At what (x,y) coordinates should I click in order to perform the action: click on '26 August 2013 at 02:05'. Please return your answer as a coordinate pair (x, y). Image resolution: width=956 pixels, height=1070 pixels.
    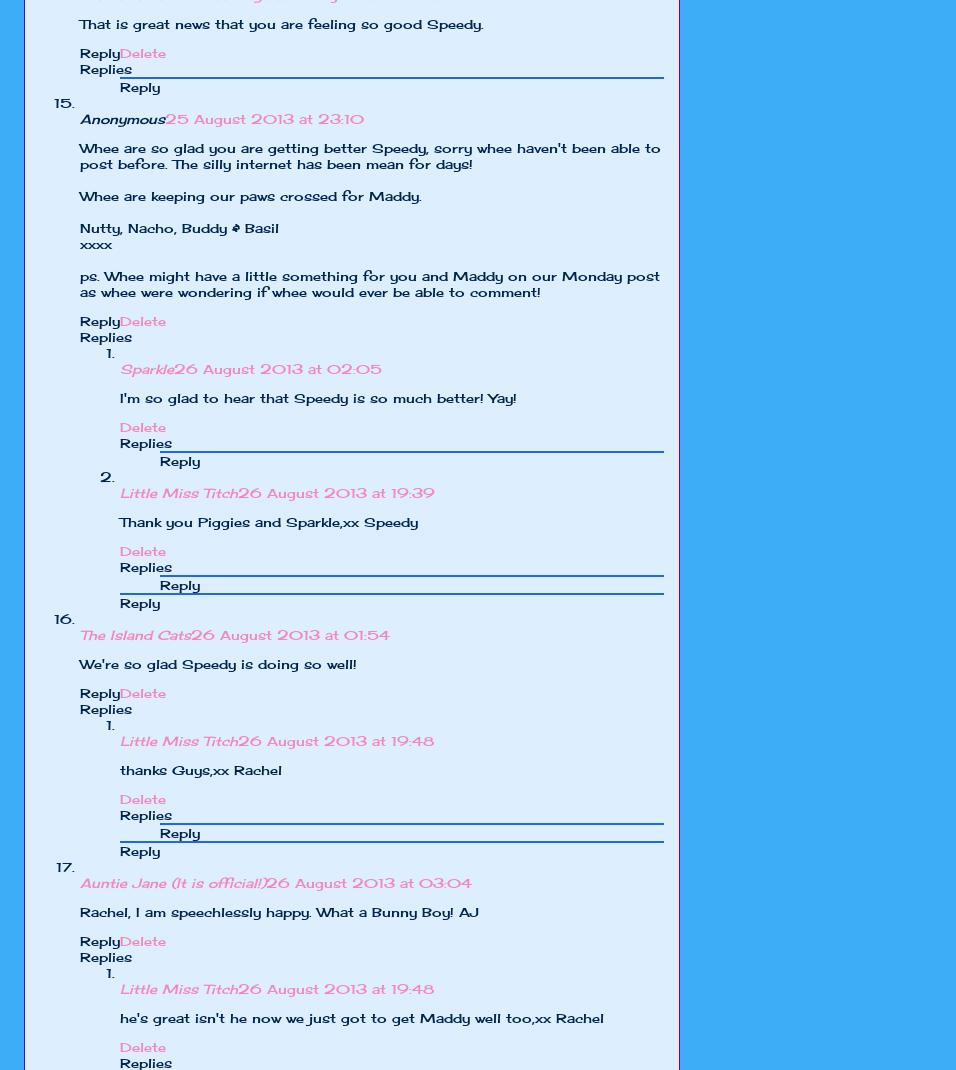
    Looking at the image, I should click on (277, 368).